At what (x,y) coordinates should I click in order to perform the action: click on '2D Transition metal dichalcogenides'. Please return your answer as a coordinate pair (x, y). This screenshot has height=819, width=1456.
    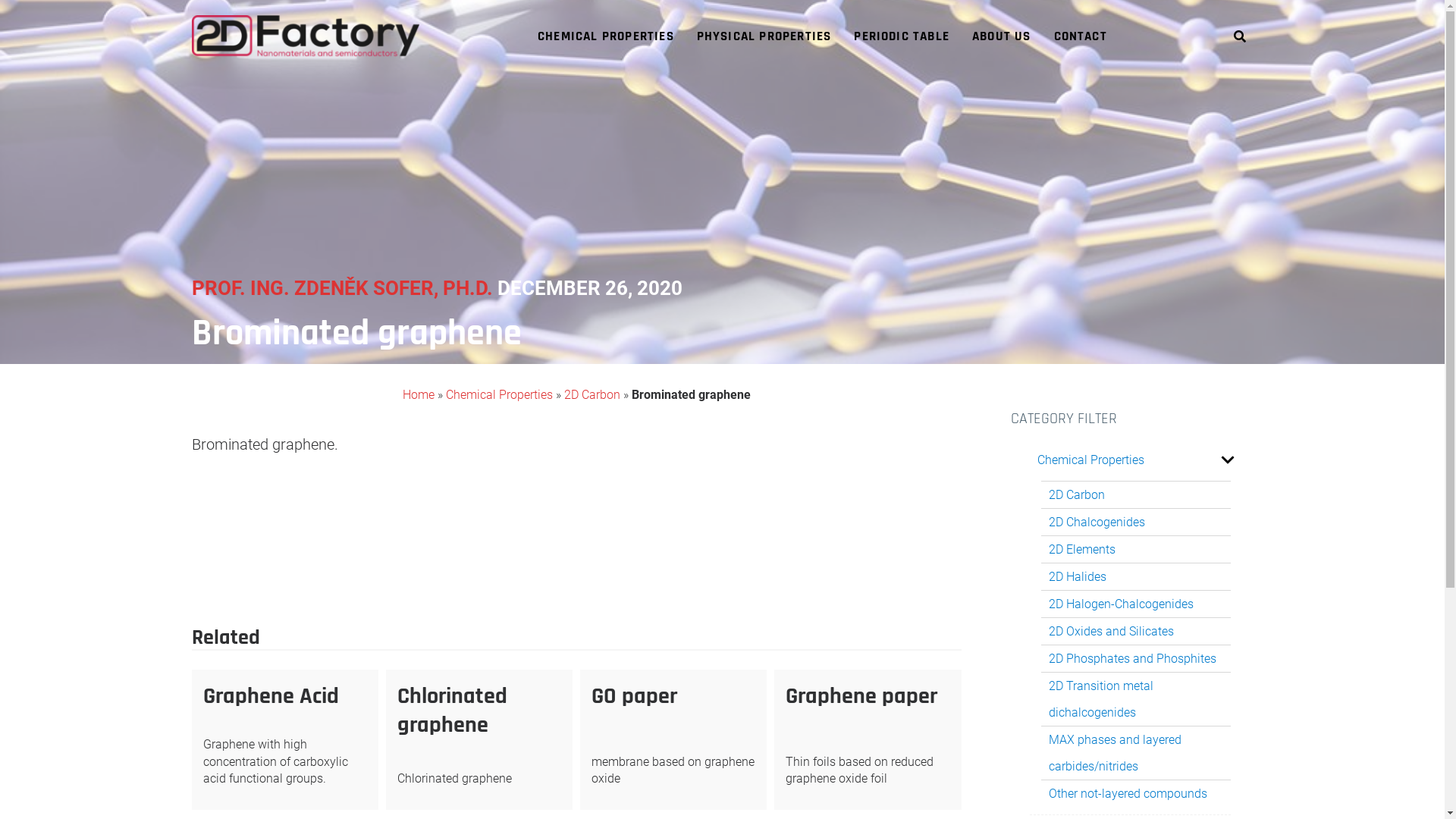
    Looking at the image, I should click on (1137, 698).